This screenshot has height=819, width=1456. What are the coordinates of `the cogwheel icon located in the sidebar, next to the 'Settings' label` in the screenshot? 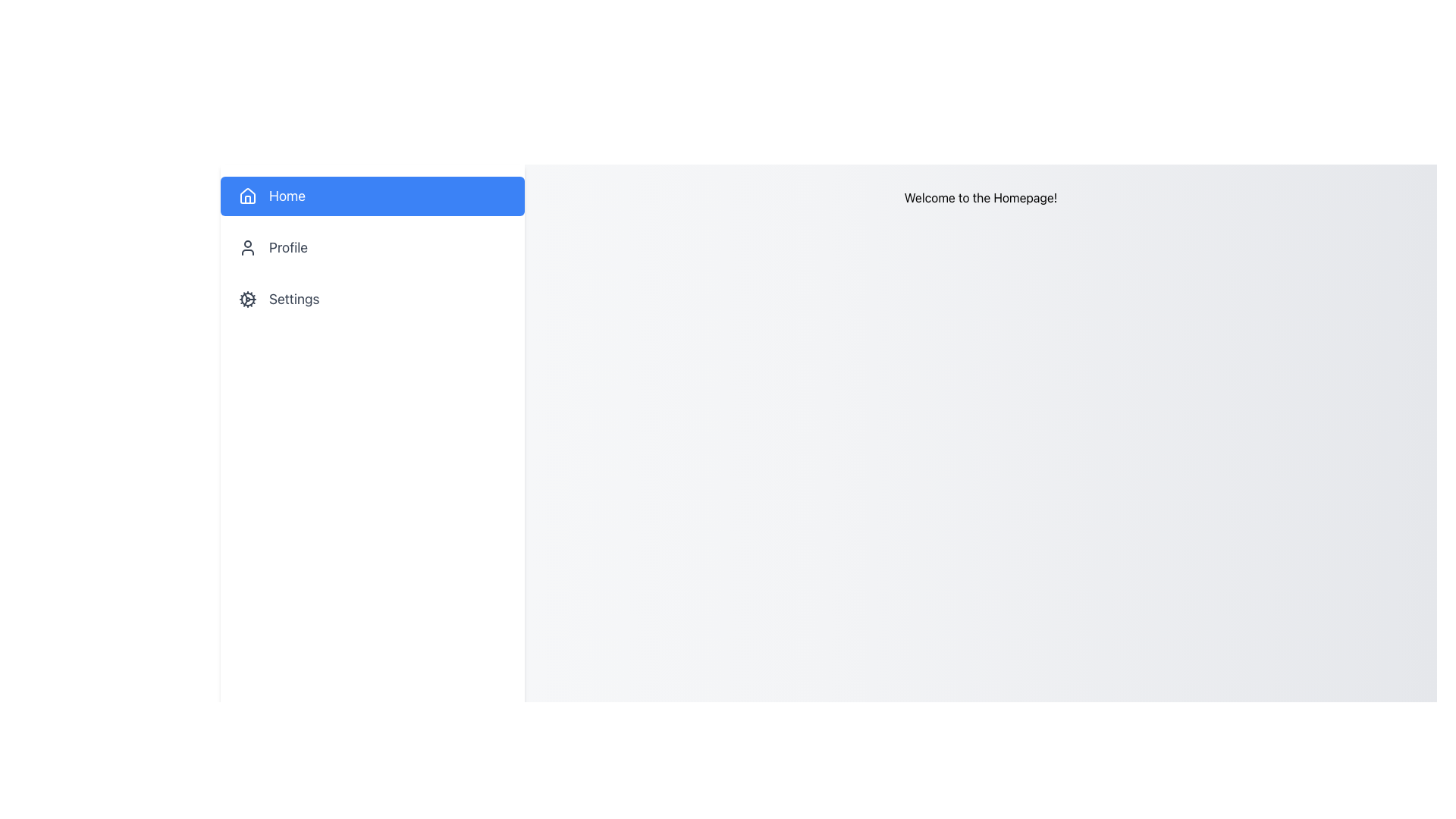 It's located at (247, 299).